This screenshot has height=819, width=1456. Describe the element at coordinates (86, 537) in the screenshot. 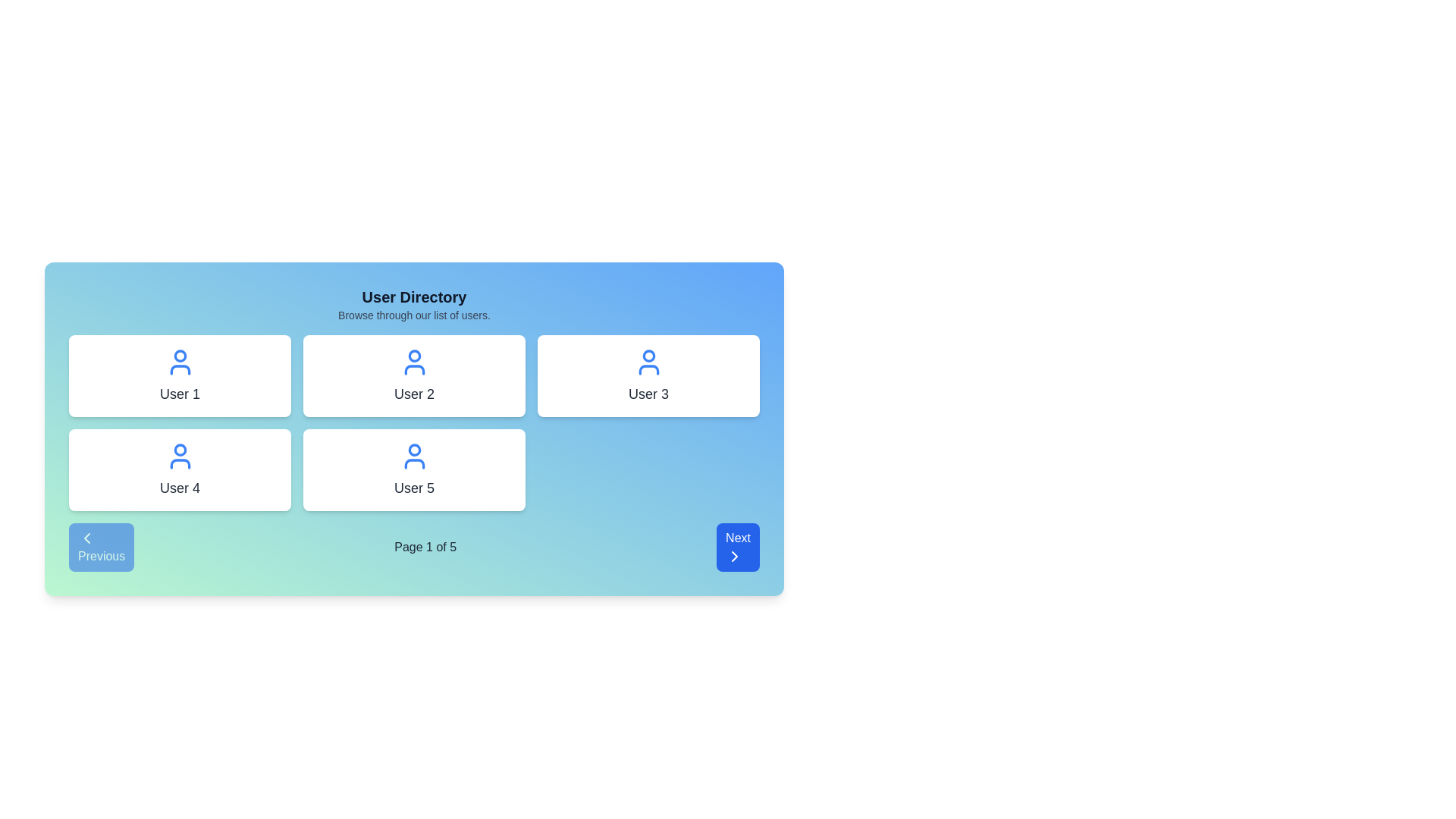

I see `the leftward-pointing chevron icon within the 'Previous' button` at that location.